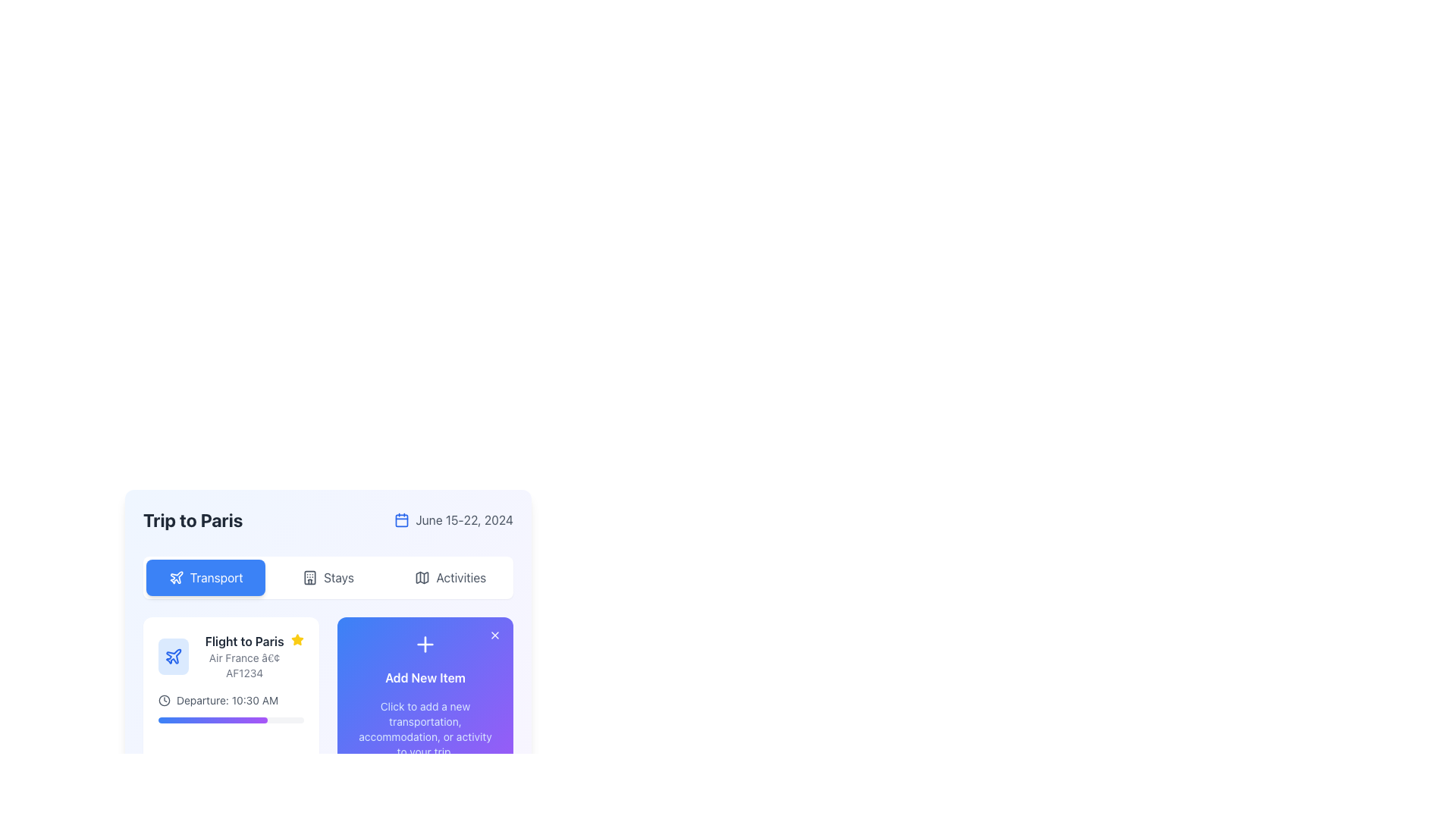 The width and height of the screenshot is (1456, 819). What do you see at coordinates (231, 717) in the screenshot?
I see `the flight information card component located in the upper-left corner of the grid, which provides details about a specific flight, such as destination, airline, flight number, and departure time` at bounding box center [231, 717].